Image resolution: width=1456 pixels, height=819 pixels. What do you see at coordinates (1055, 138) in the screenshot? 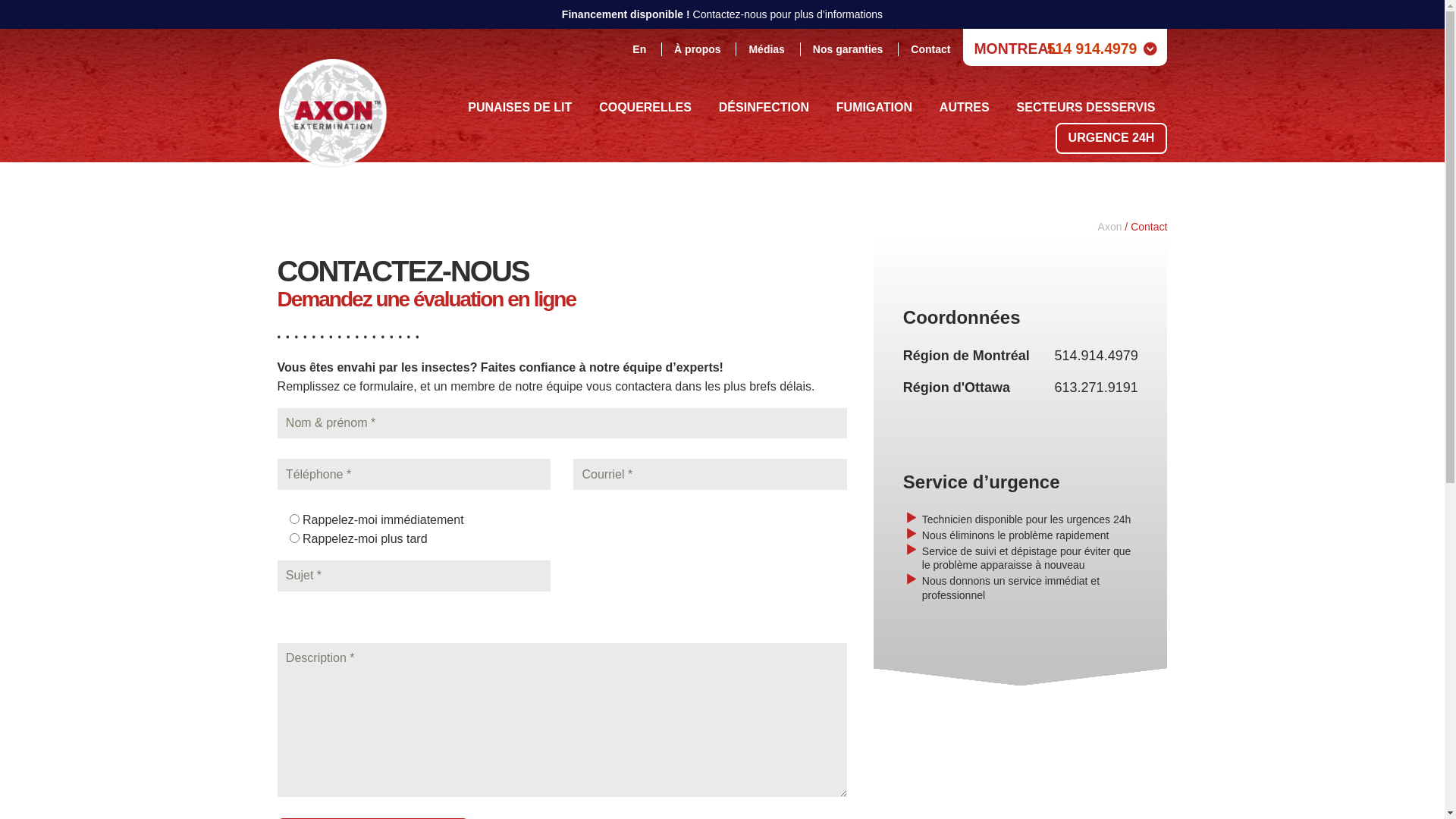
I see `'URGENCE 24H'` at bounding box center [1055, 138].